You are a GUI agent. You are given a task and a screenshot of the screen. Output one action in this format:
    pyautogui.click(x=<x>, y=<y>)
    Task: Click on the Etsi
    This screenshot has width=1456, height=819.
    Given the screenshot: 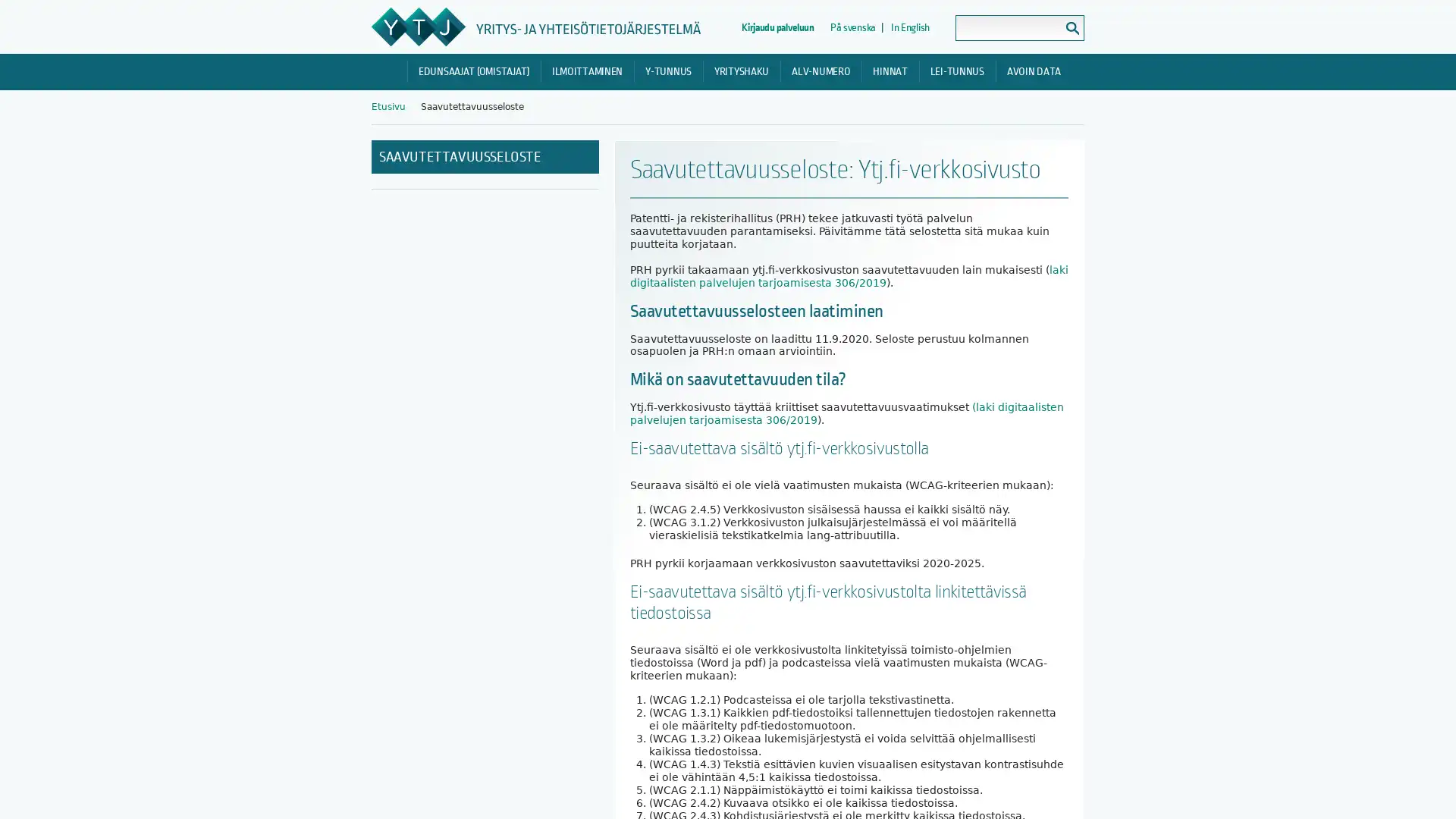 What is the action you would take?
    pyautogui.click(x=1072, y=28)
    